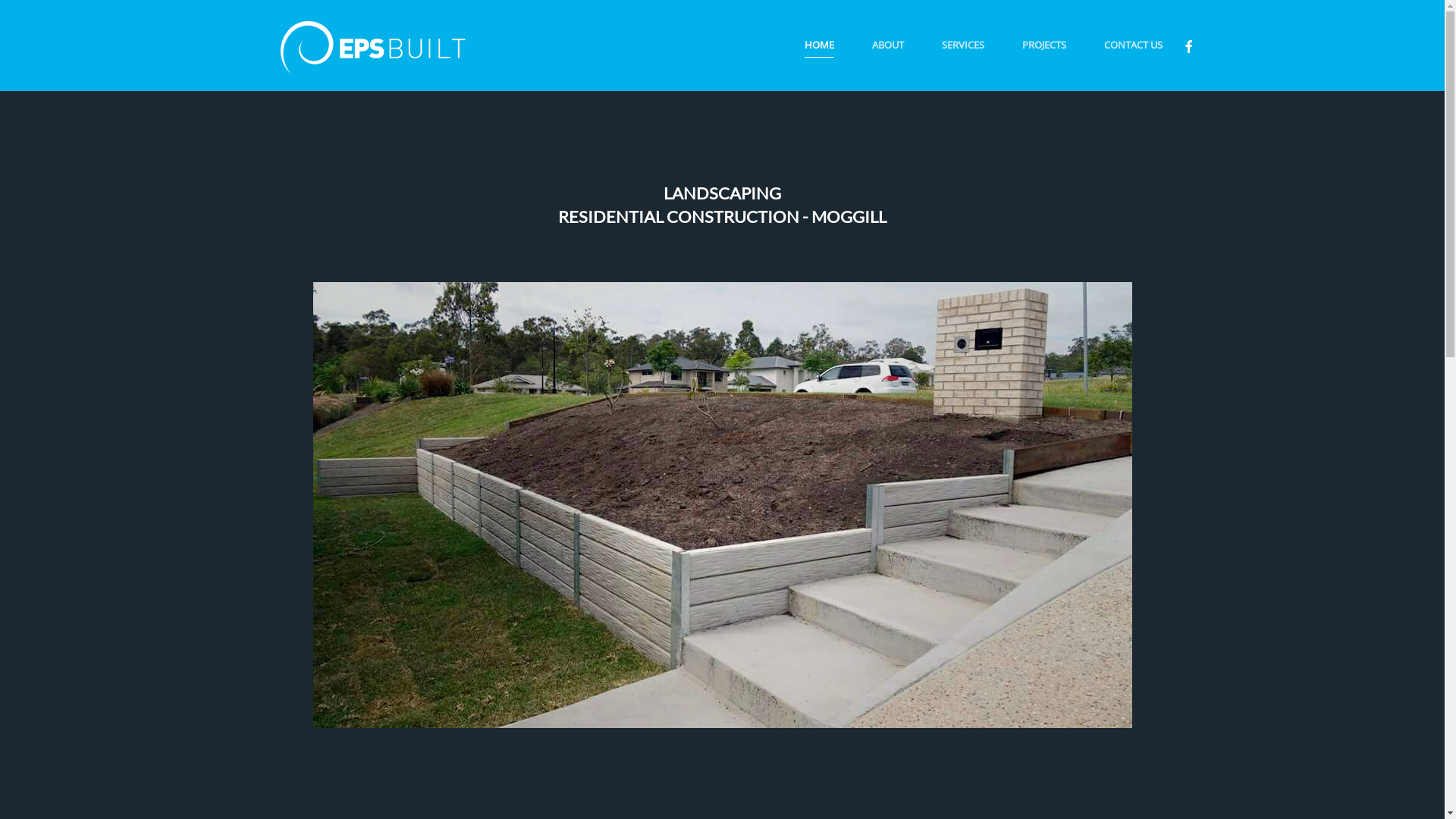  I want to click on 'ABOUT', so click(887, 45).